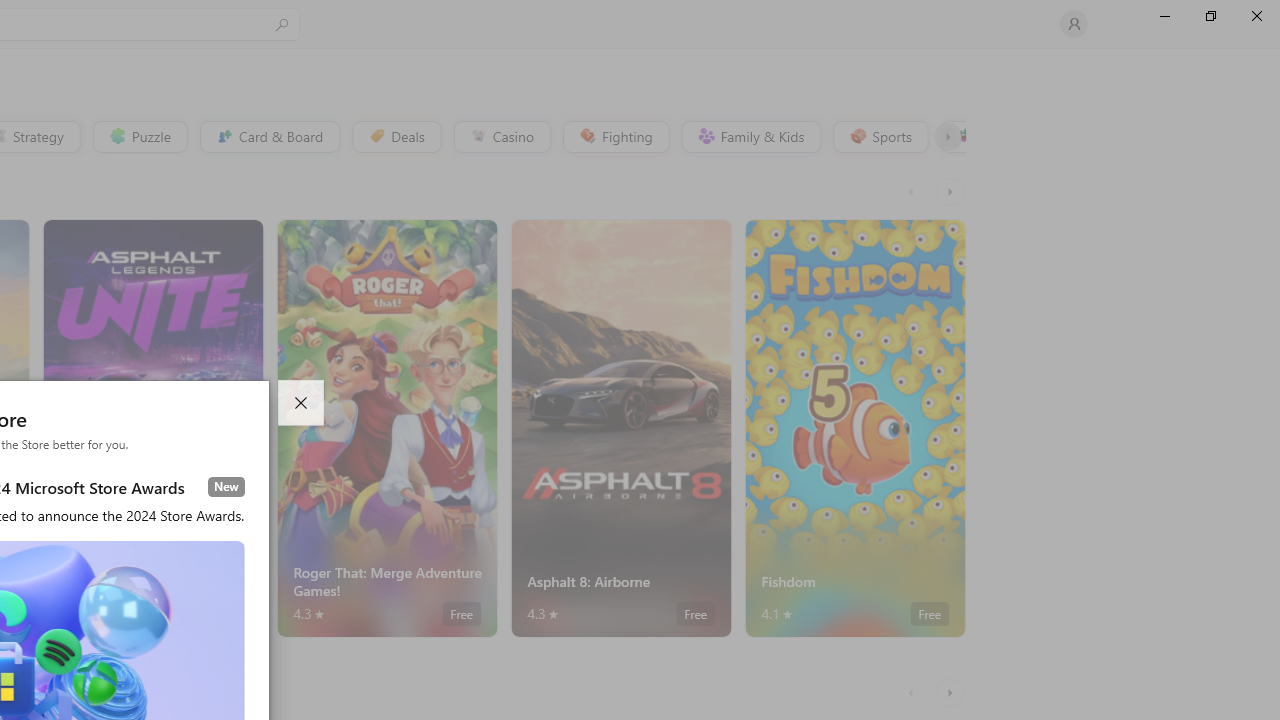 Image resolution: width=1280 pixels, height=720 pixels. I want to click on 'Casino', so click(501, 135).